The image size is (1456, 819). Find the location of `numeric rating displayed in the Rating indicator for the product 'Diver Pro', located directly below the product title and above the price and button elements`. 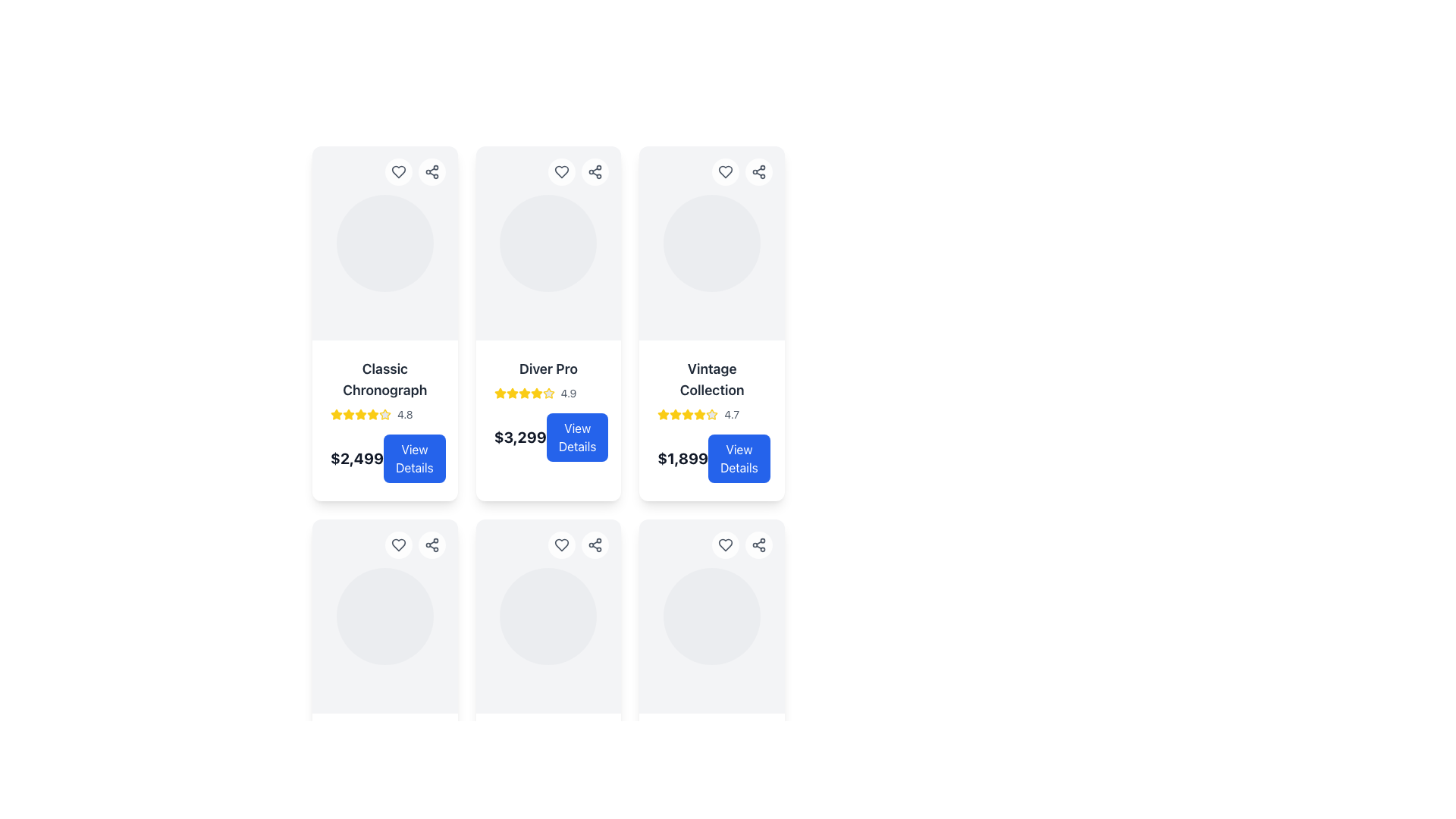

numeric rating displayed in the Rating indicator for the product 'Diver Pro', located directly below the product title and above the price and button elements is located at coordinates (548, 393).